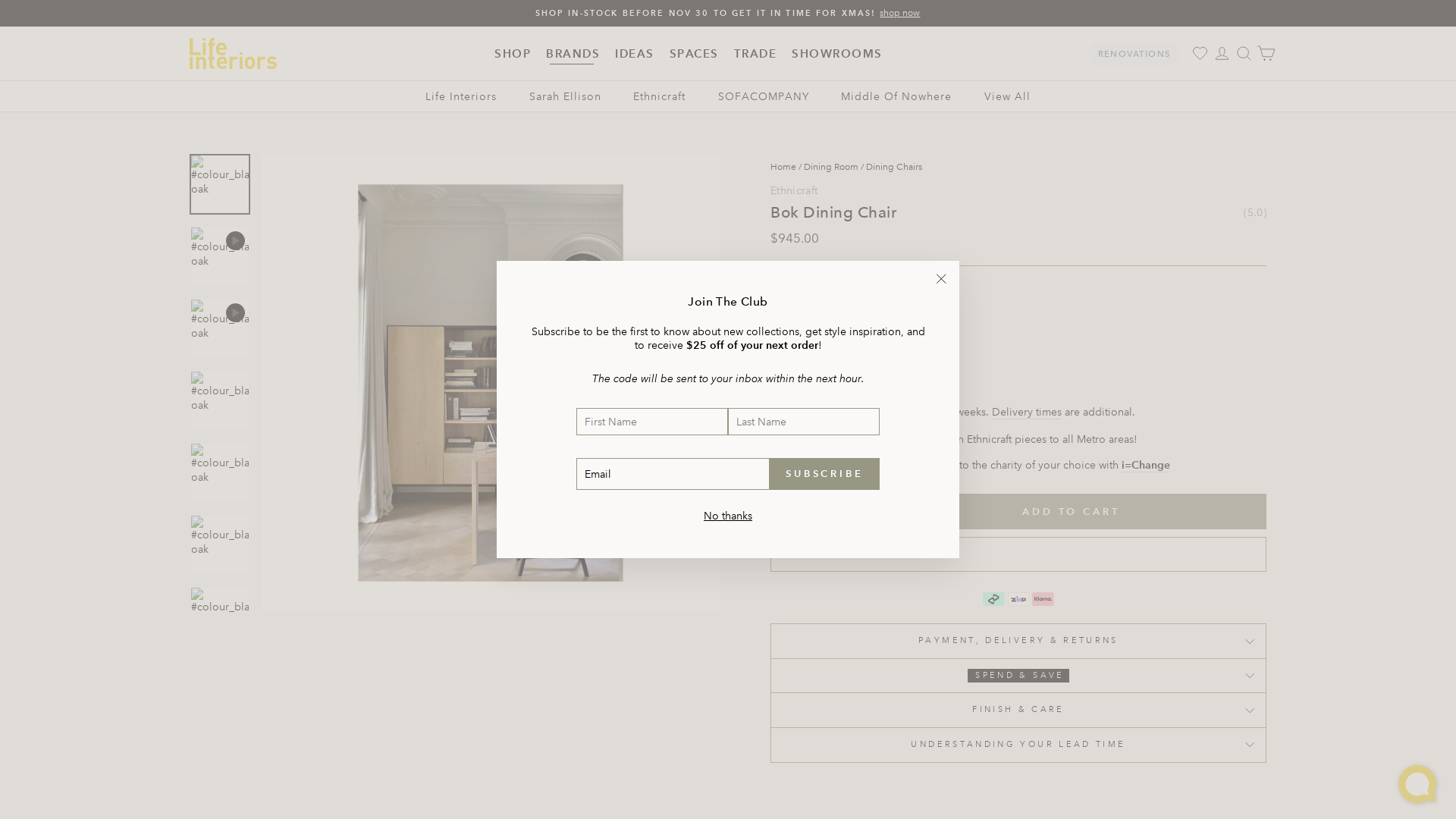 The width and height of the screenshot is (1456, 819). I want to click on 'TRADE', so click(726, 52).